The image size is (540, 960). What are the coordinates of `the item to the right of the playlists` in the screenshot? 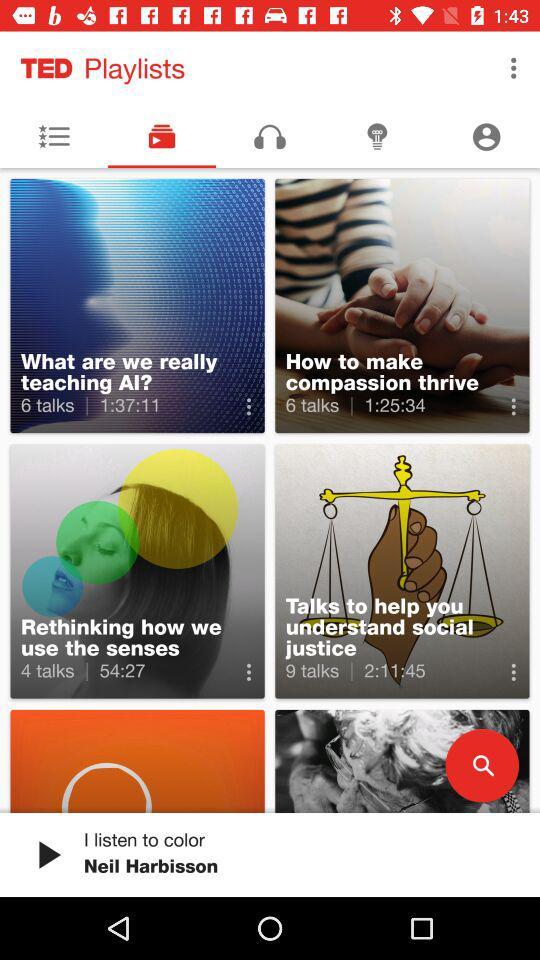 It's located at (513, 68).